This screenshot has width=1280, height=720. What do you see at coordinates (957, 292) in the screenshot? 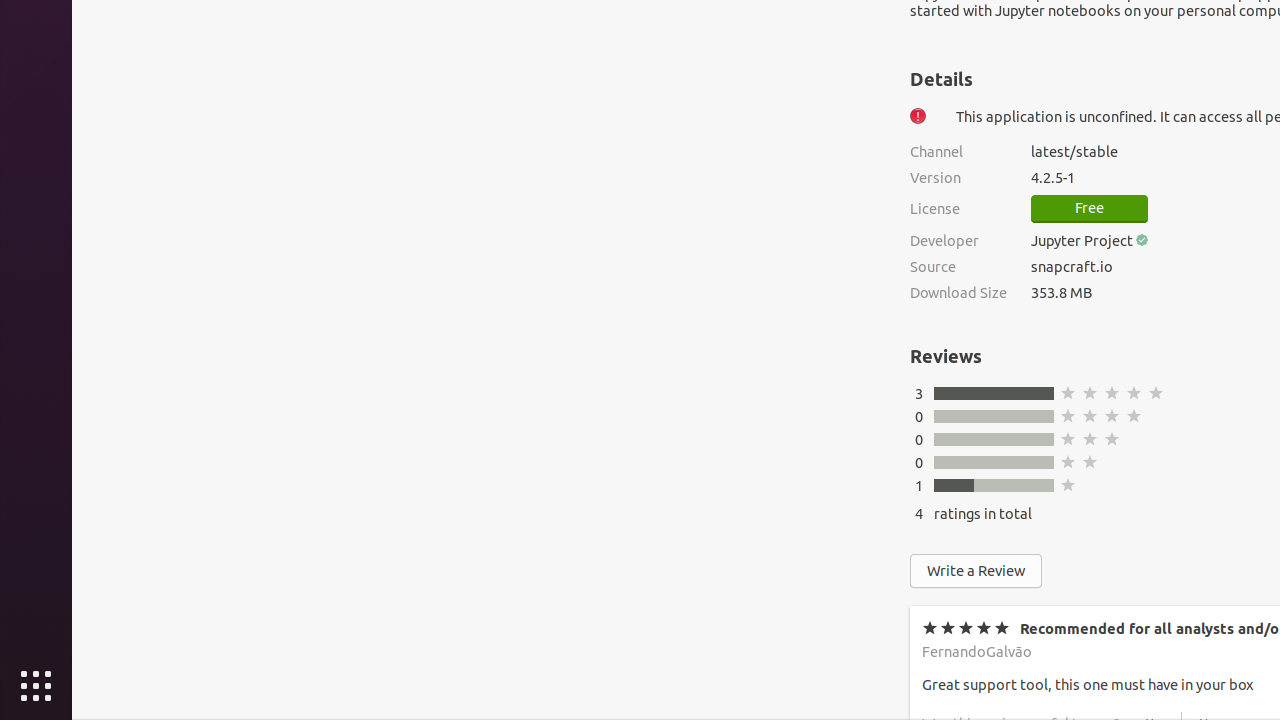
I see `'Download Size'` at bounding box center [957, 292].